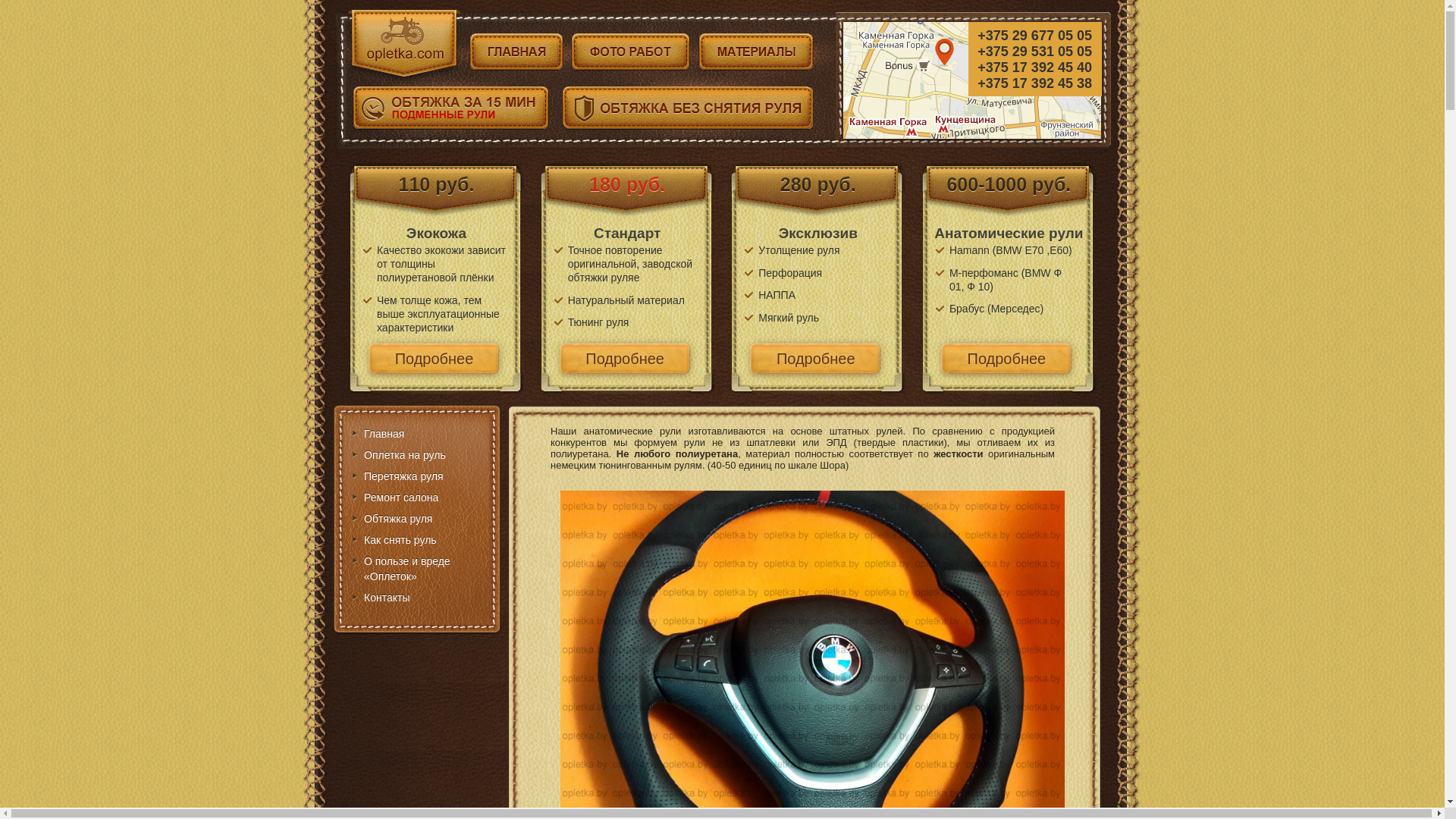  Describe the element at coordinates (1034, 67) in the screenshot. I see `'+375 17 392 45 40'` at that location.